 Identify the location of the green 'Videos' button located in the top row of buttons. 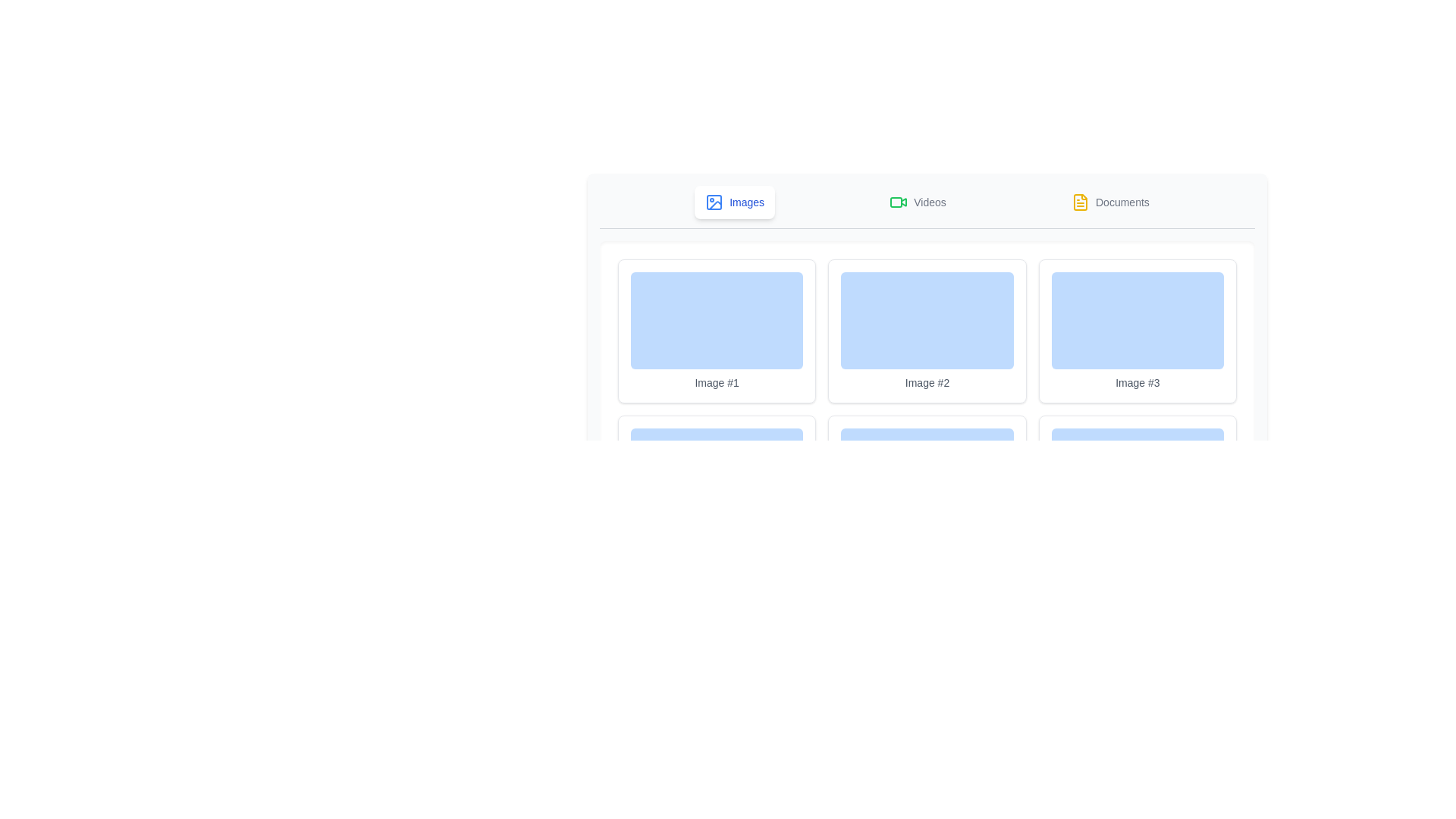
(916, 201).